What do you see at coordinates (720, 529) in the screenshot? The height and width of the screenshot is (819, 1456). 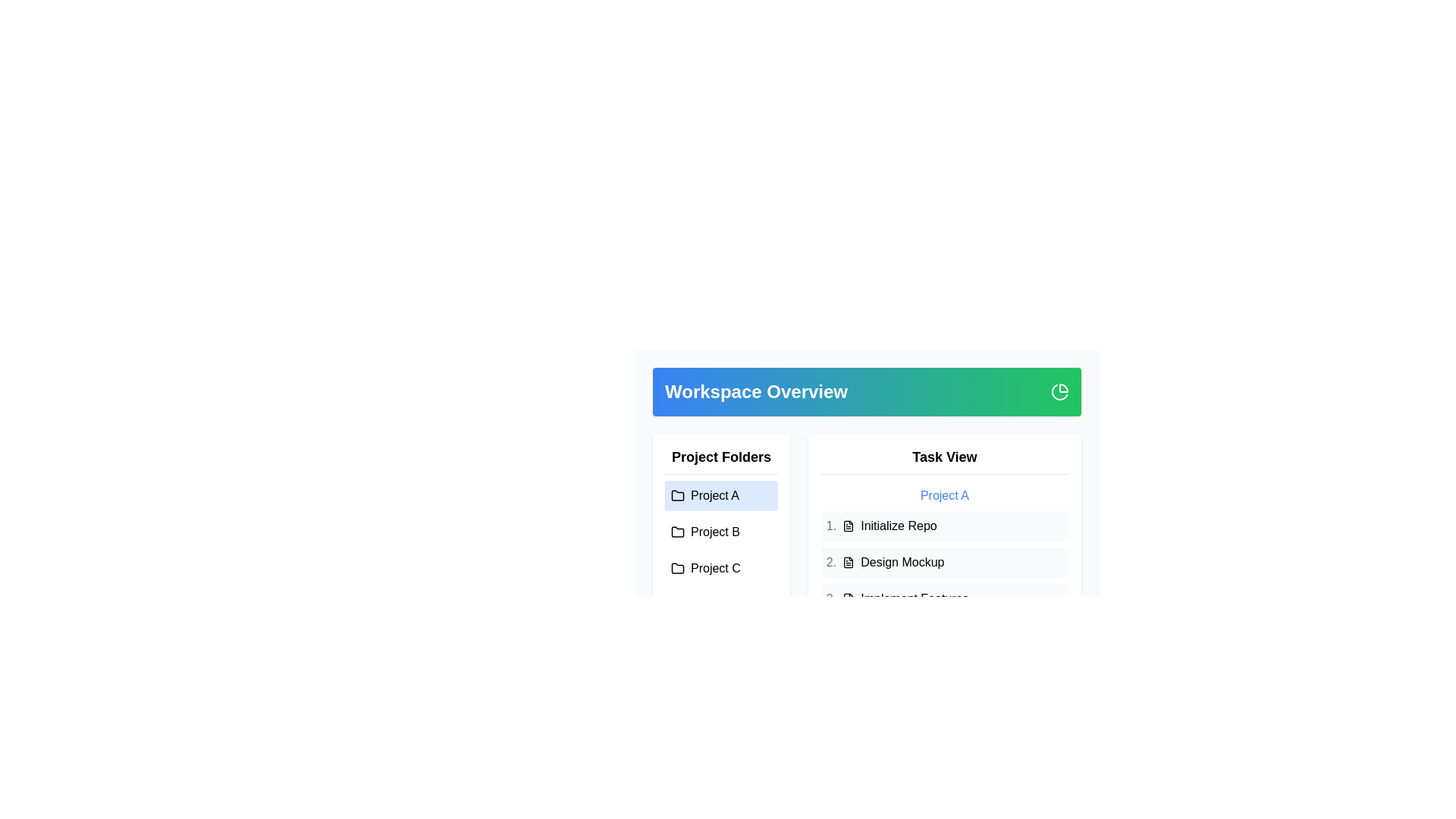 I see `the 'Project B' folder within the 'Project Folders' list` at bounding box center [720, 529].